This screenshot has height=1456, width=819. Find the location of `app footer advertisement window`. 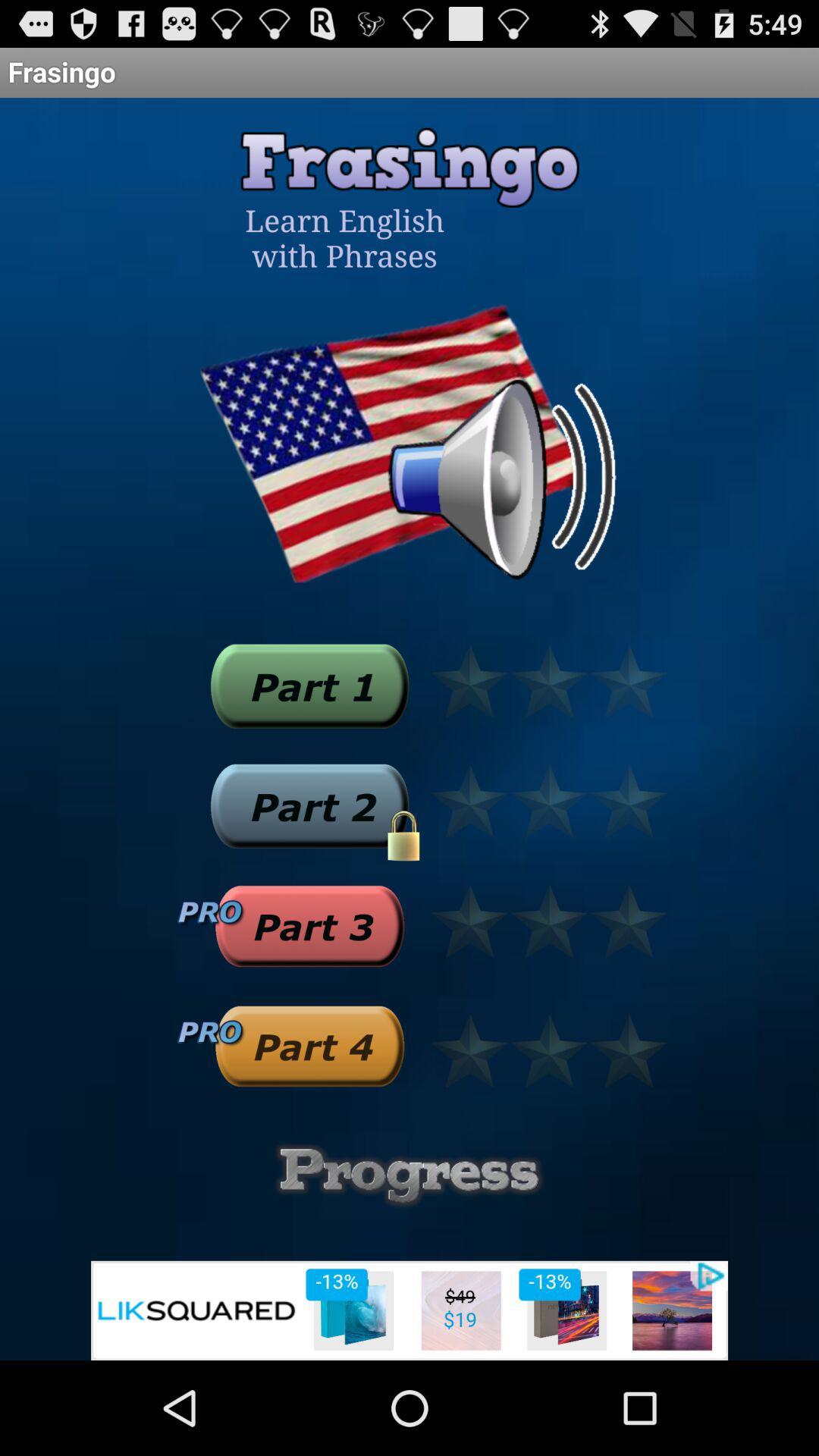

app footer advertisement window is located at coordinates (409, 1310).